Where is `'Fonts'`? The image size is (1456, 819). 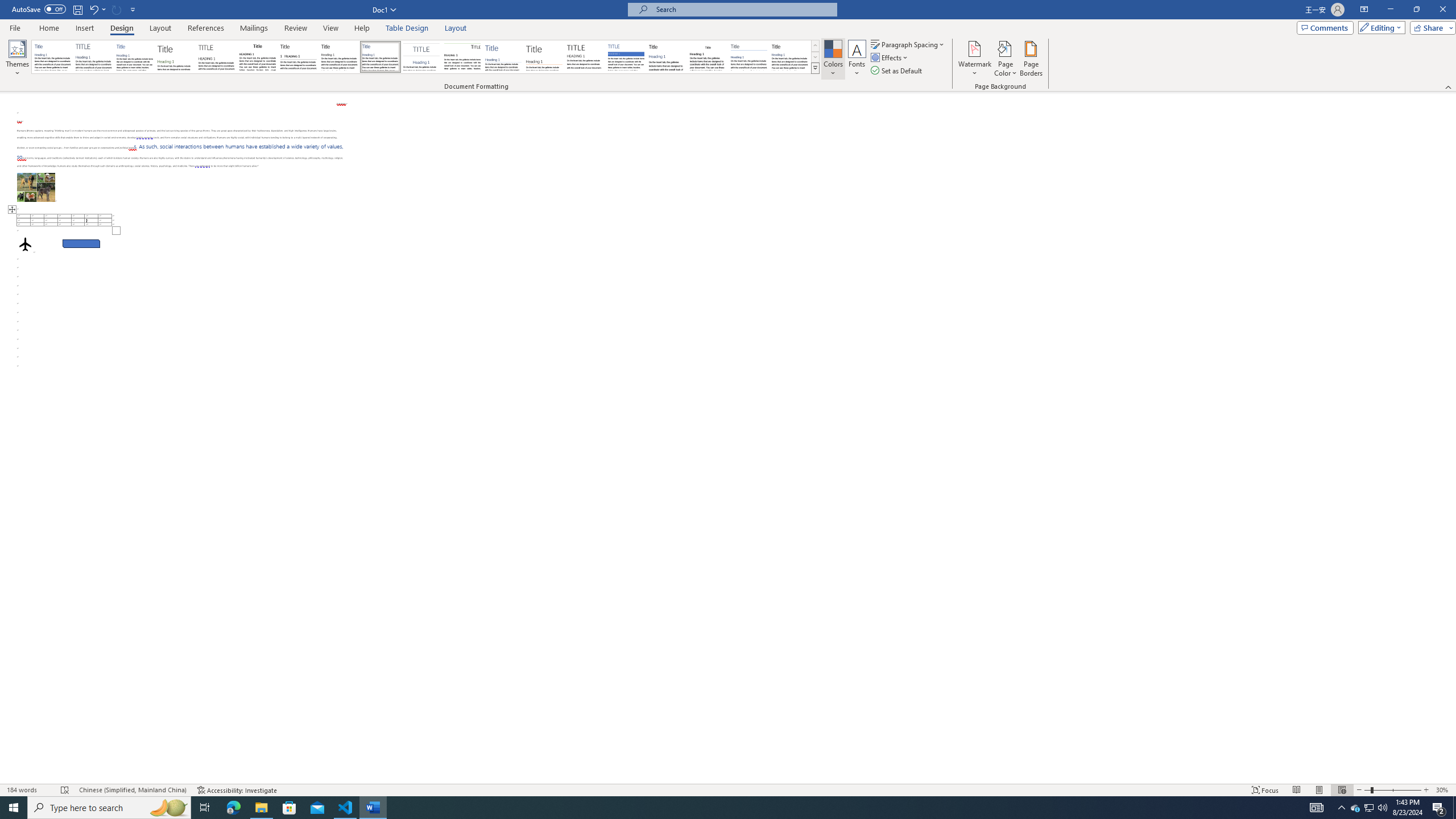 'Fonts' is located at coordinates (856, 59).